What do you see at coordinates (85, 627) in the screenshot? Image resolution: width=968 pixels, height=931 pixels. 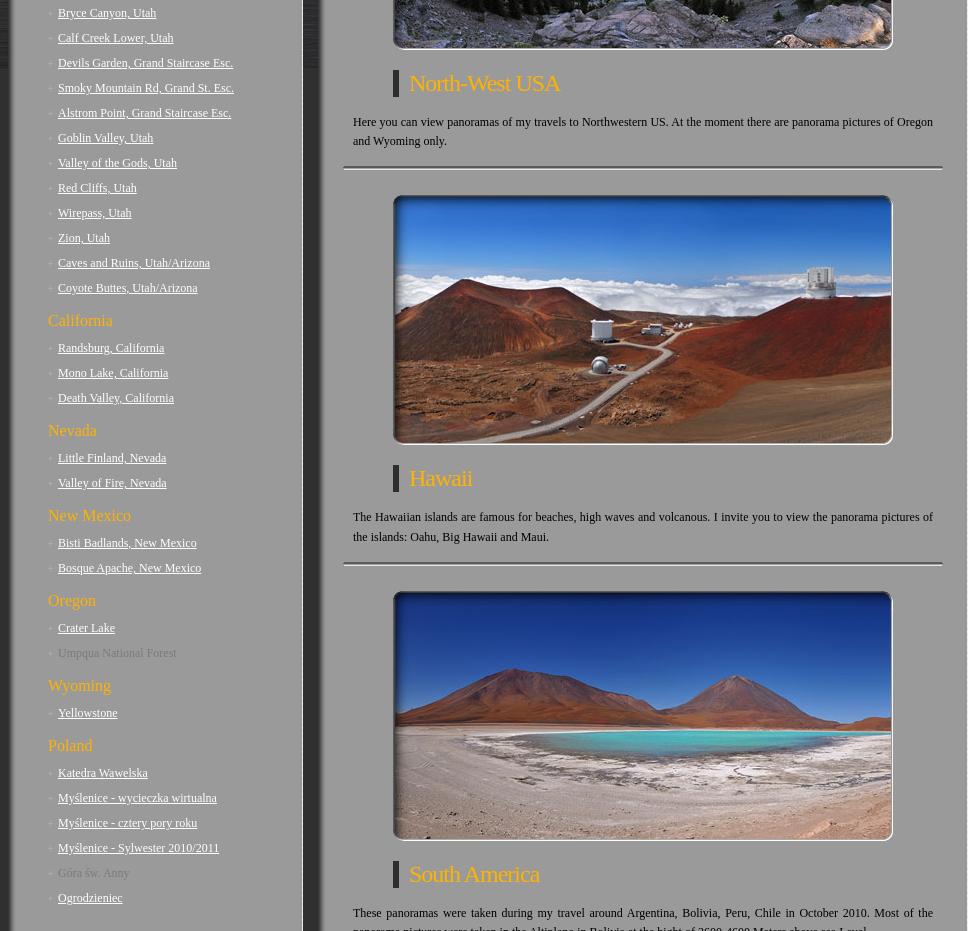 I see `'Crater Lake'` at bounding box center [85, 627].